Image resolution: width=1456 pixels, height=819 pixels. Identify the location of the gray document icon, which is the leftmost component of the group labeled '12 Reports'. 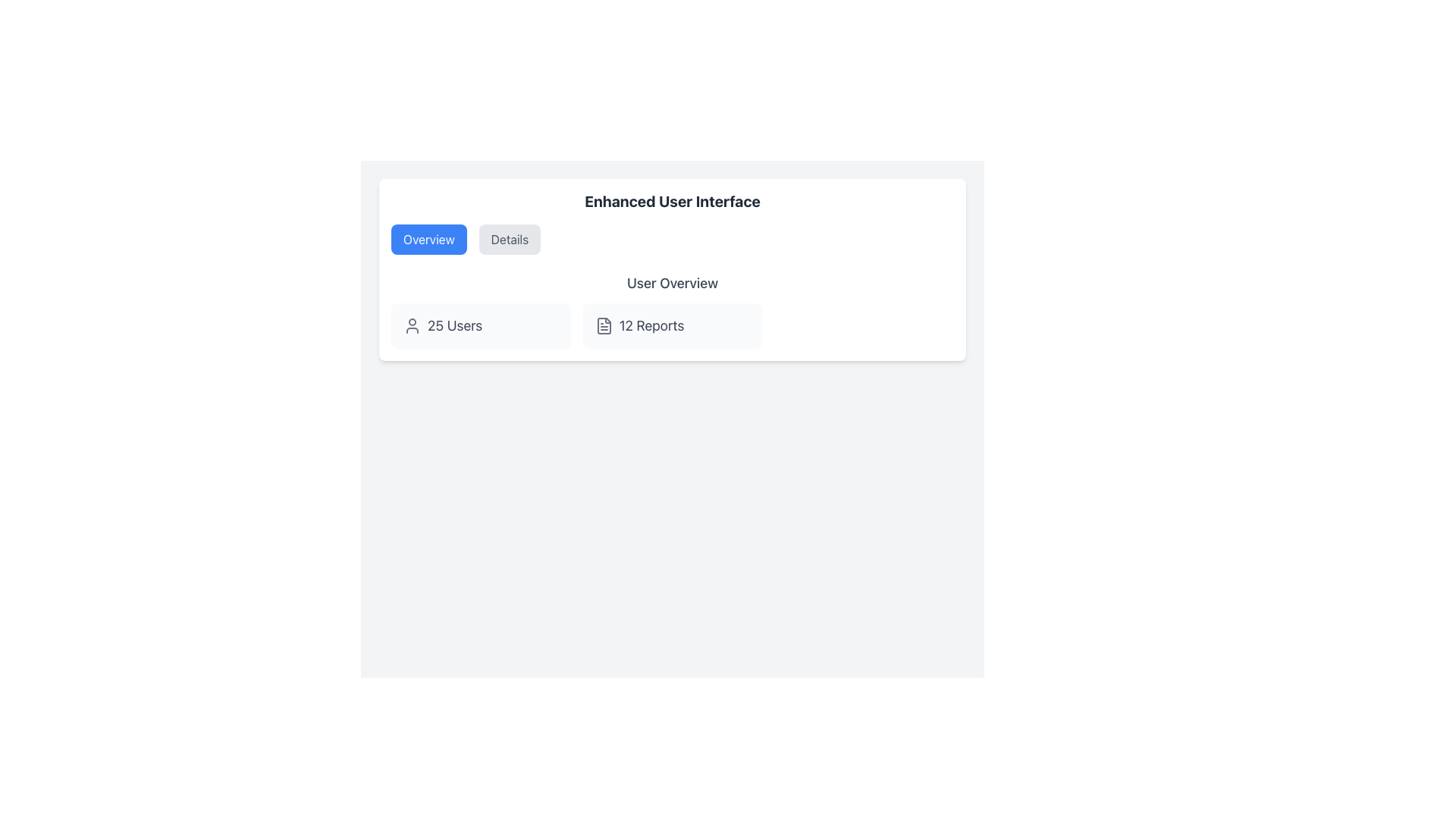
(603, 325).